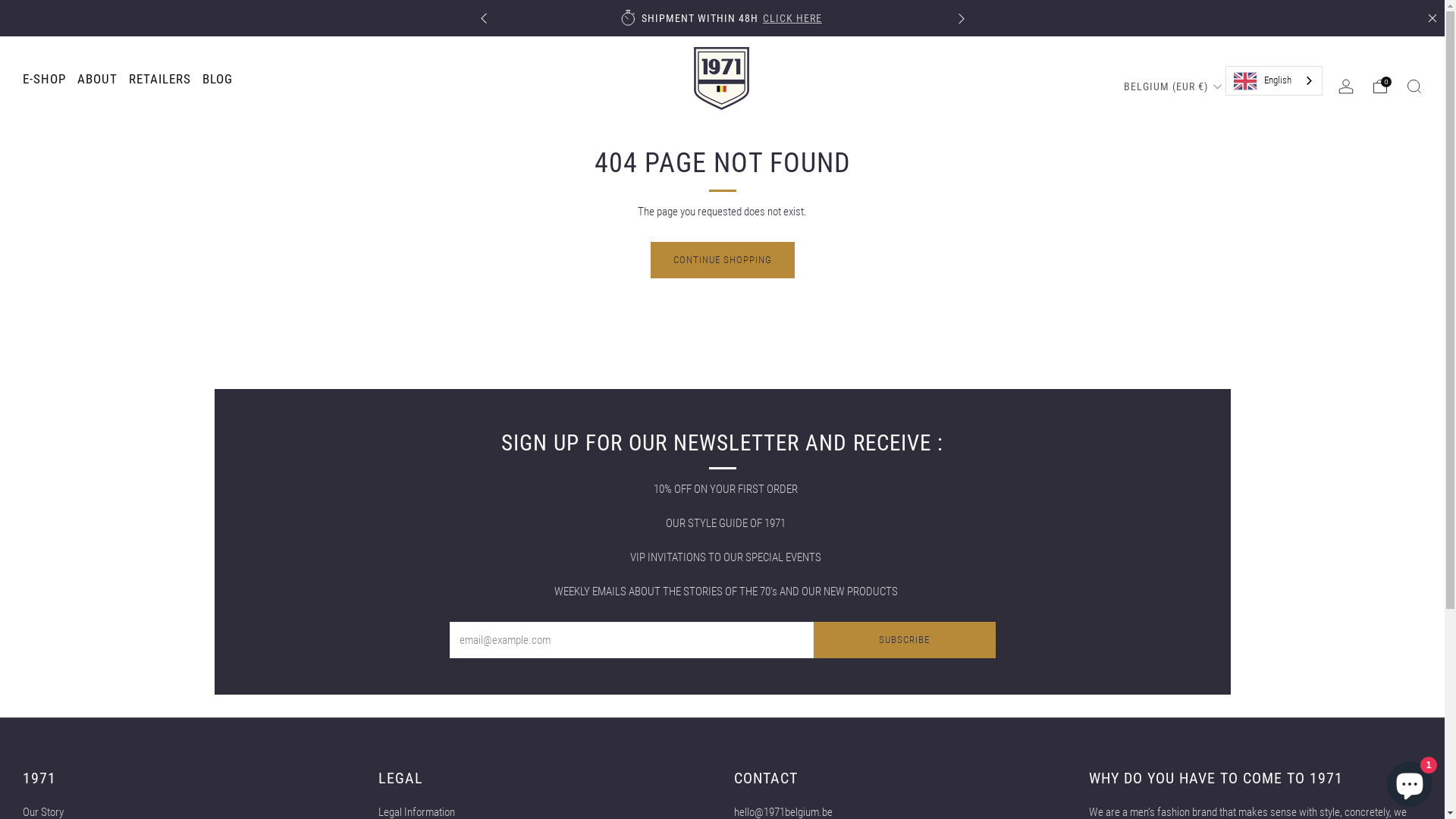  What do you see at coordinates (44, 79) in the screenshot?
I see `'E-SHOP'` at bounding box center [44, 79].